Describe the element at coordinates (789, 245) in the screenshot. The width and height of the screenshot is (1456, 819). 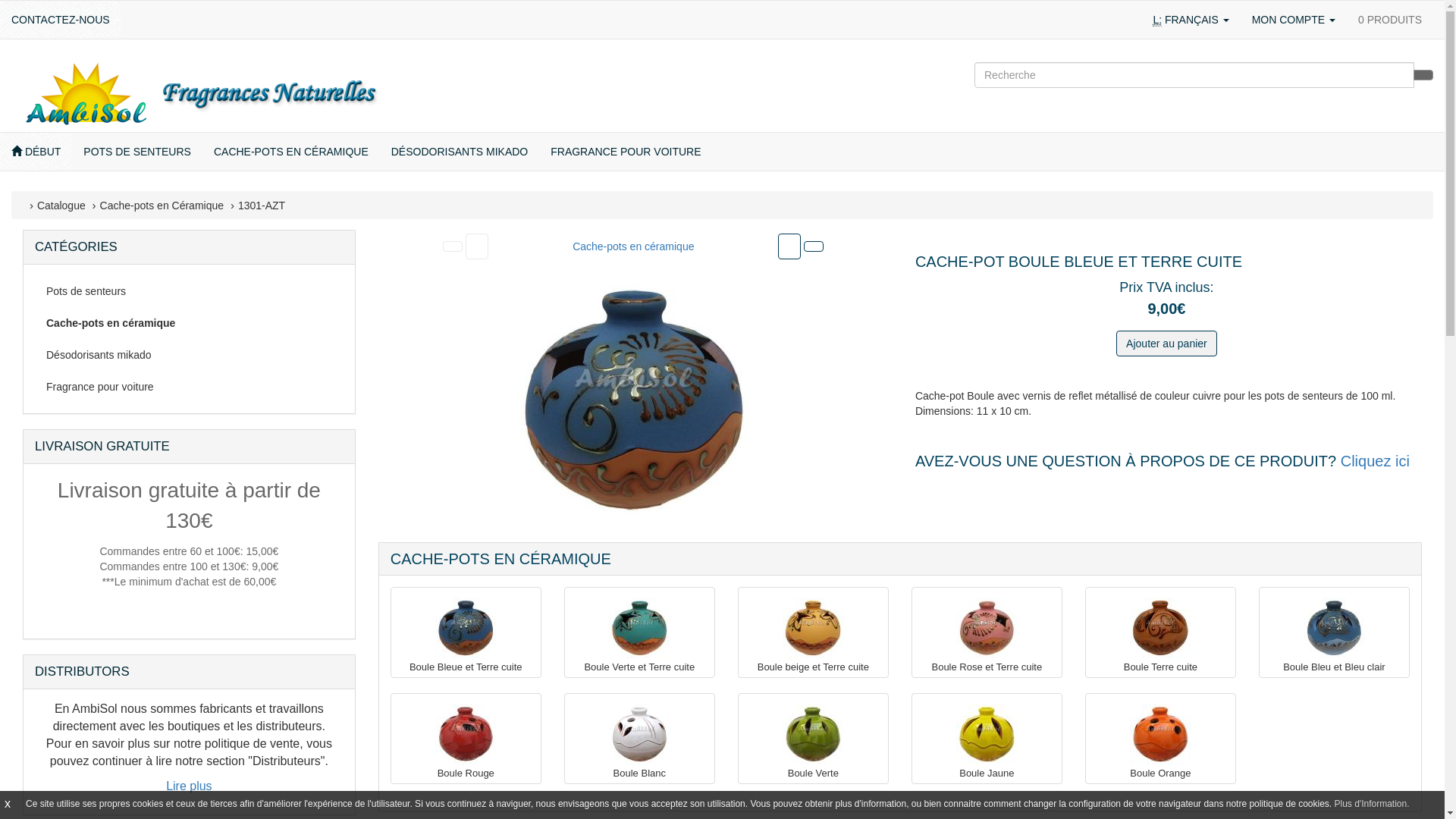
I see `'Prochain'` at that location.